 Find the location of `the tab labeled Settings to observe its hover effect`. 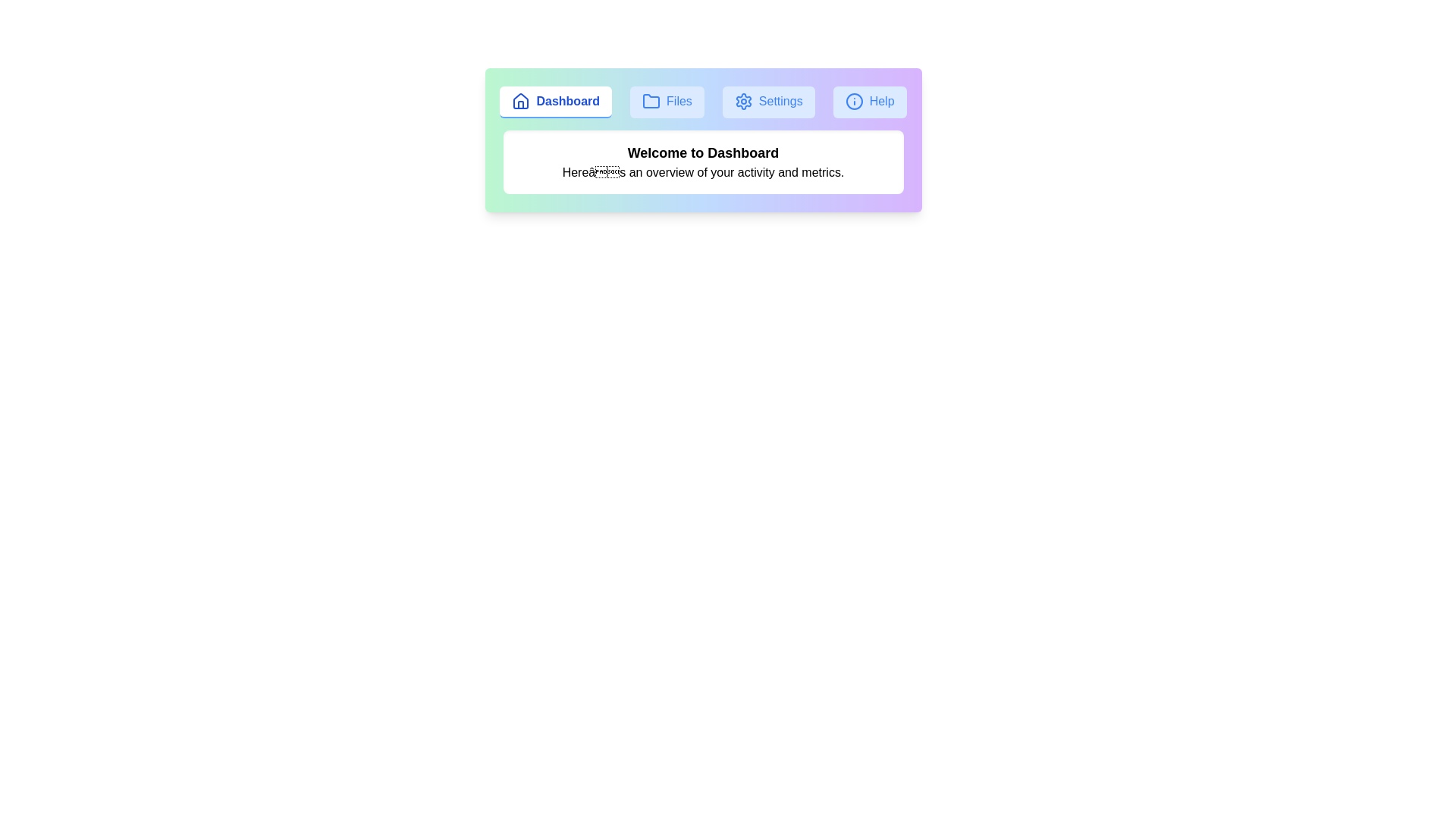

the tab labeled Settings to observe its hover effect is located at coordinates (768, 102).